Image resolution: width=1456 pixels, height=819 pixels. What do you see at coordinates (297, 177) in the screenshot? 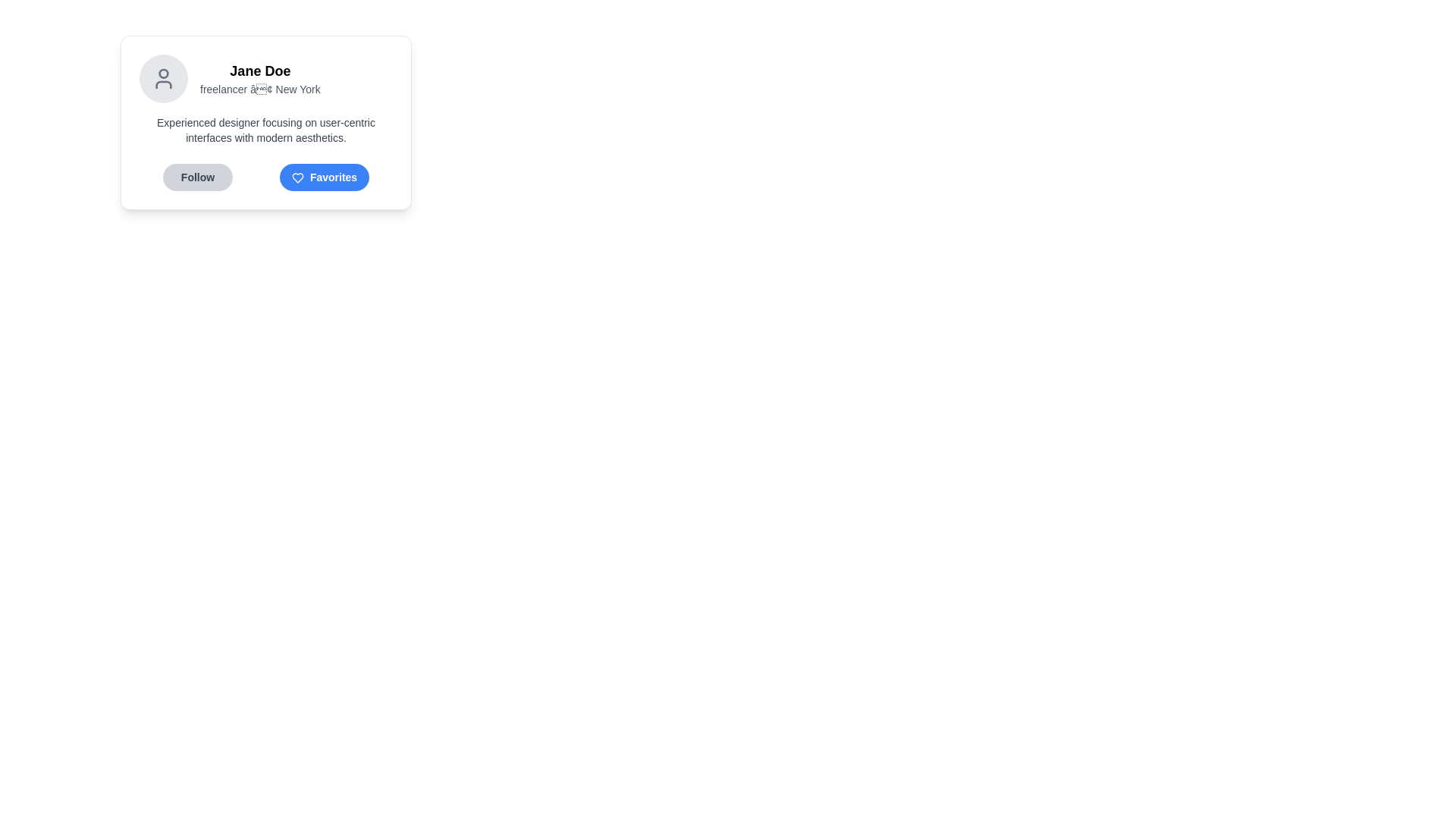
I see `the heart-shaped blue icon within the 'Favorites' button located in the bottom-right corner of the profile card for additional visual feedback` at bounding box center [297, 177].